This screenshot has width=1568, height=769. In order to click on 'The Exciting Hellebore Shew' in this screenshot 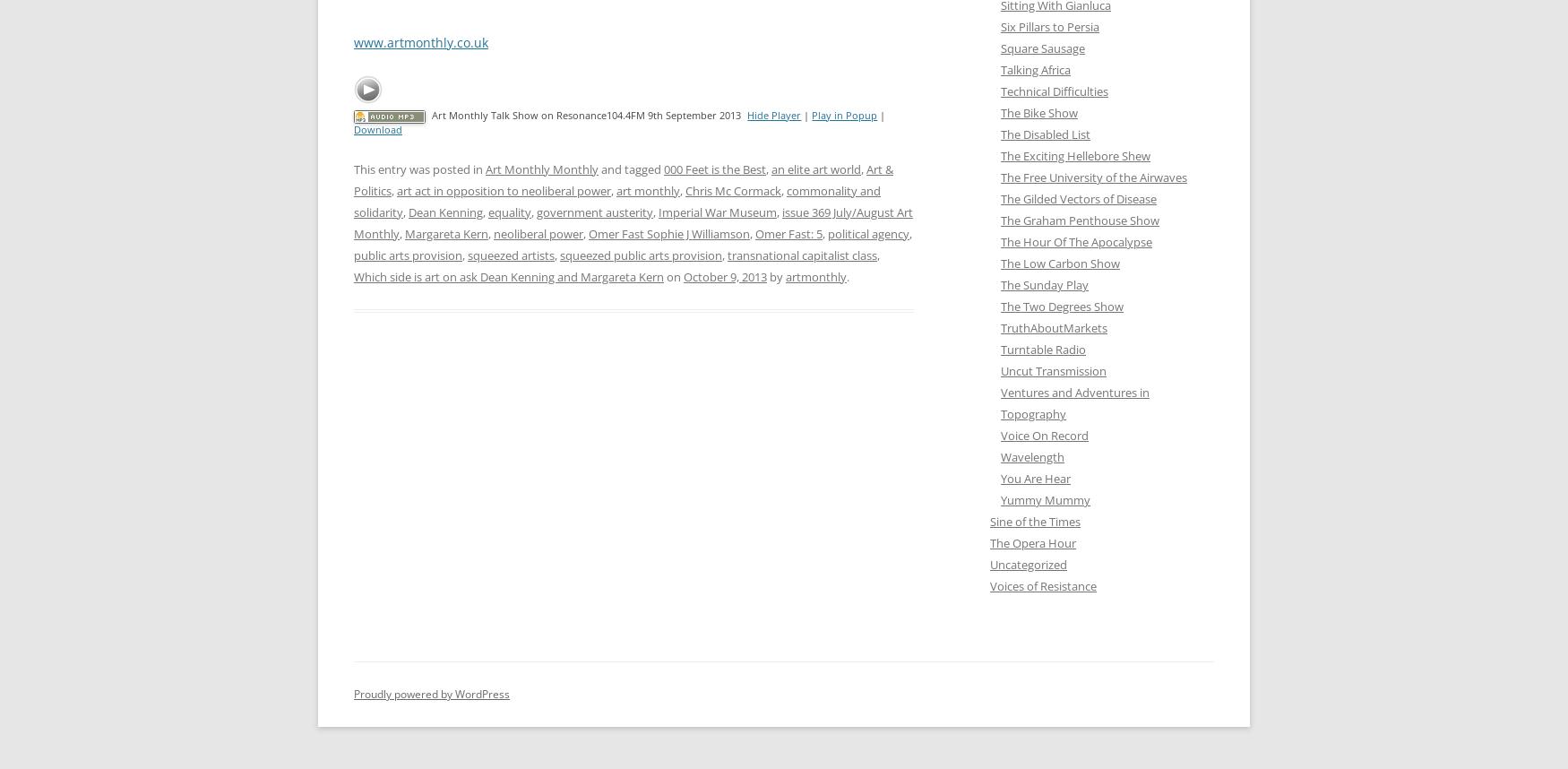, I will do `click(1001, 156)`.